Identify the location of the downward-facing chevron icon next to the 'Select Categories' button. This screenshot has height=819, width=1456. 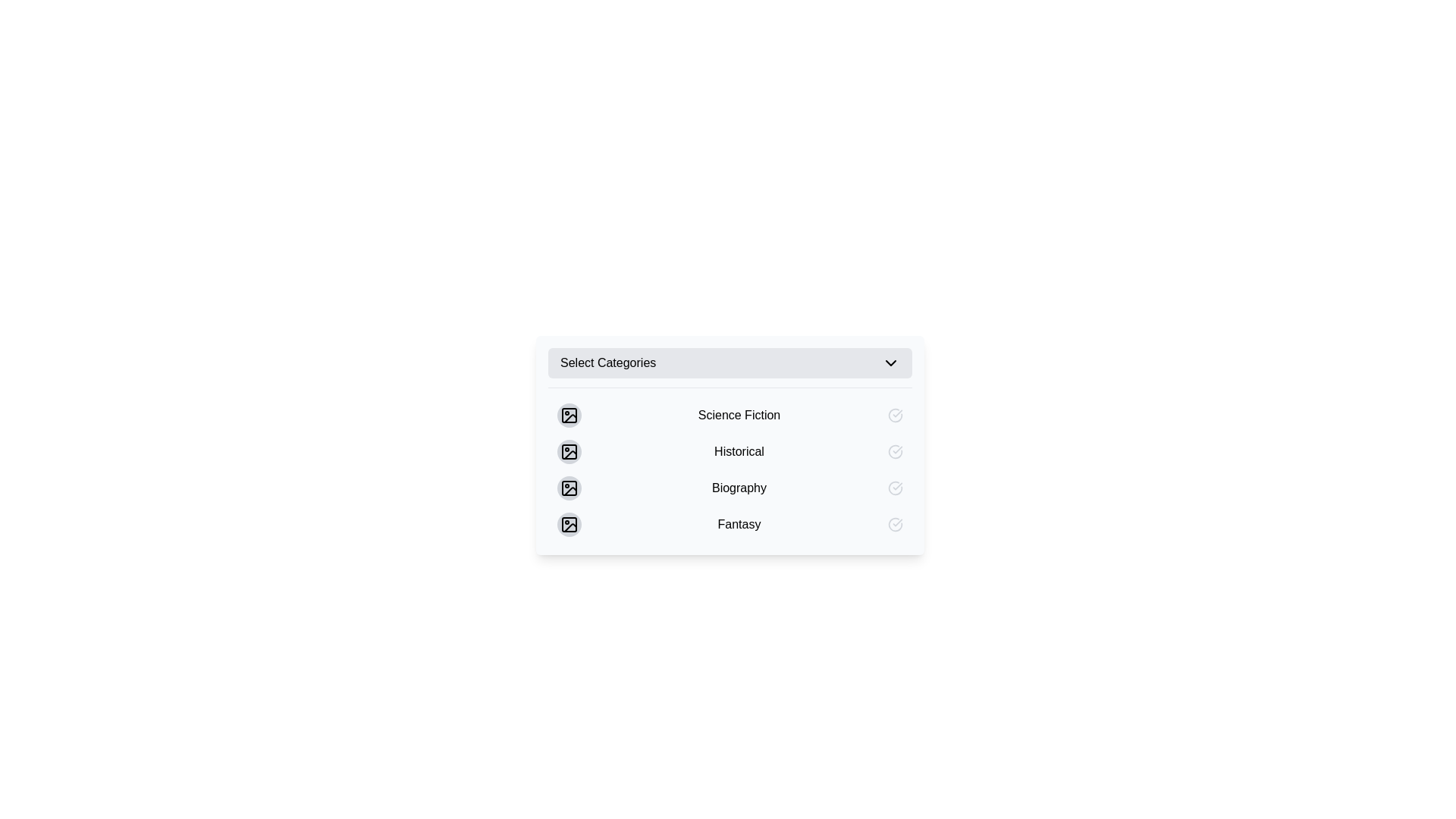
(891, 362).